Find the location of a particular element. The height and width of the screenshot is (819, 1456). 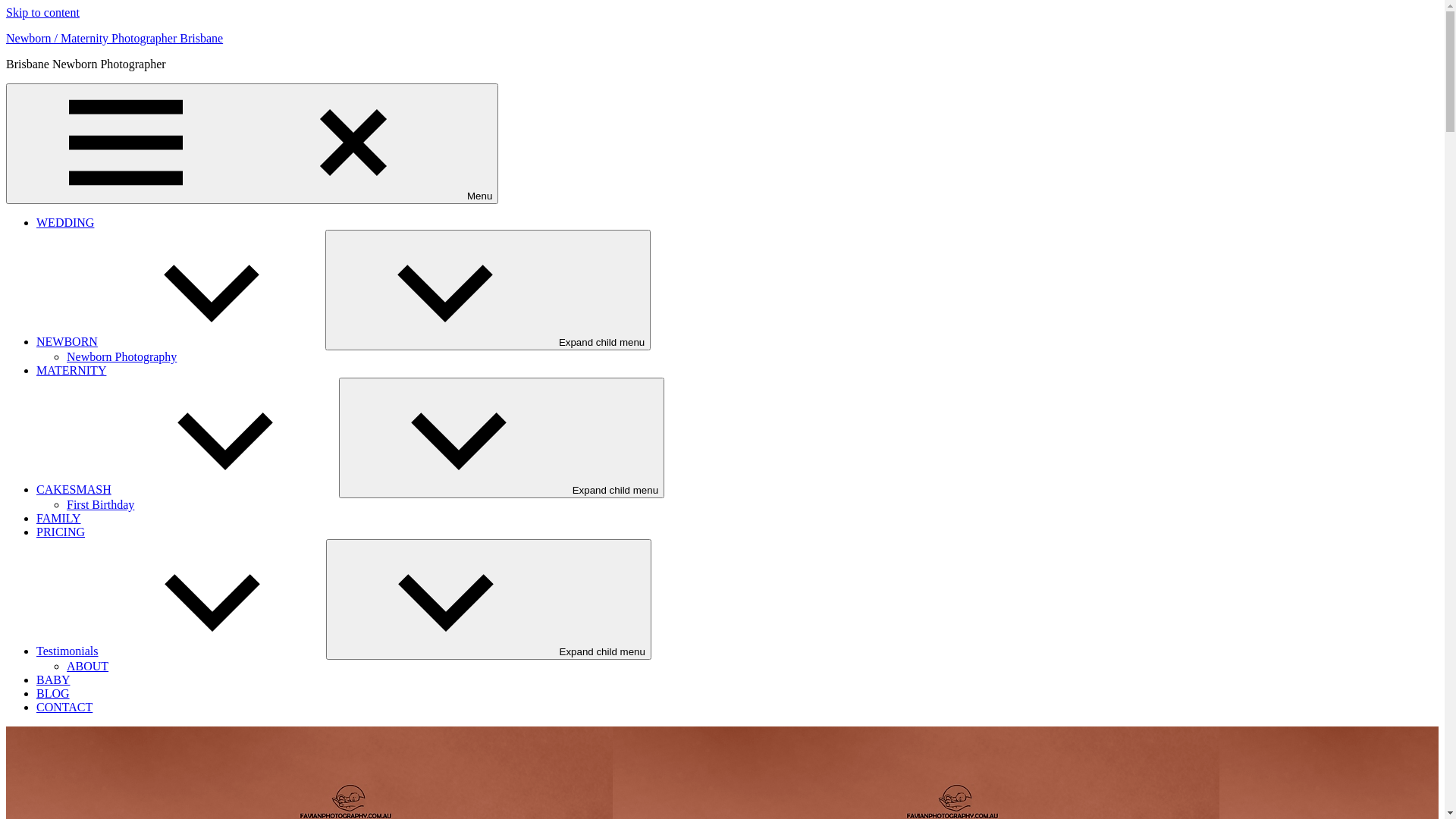

'WEDDING' is located at coordinates (64, 222).